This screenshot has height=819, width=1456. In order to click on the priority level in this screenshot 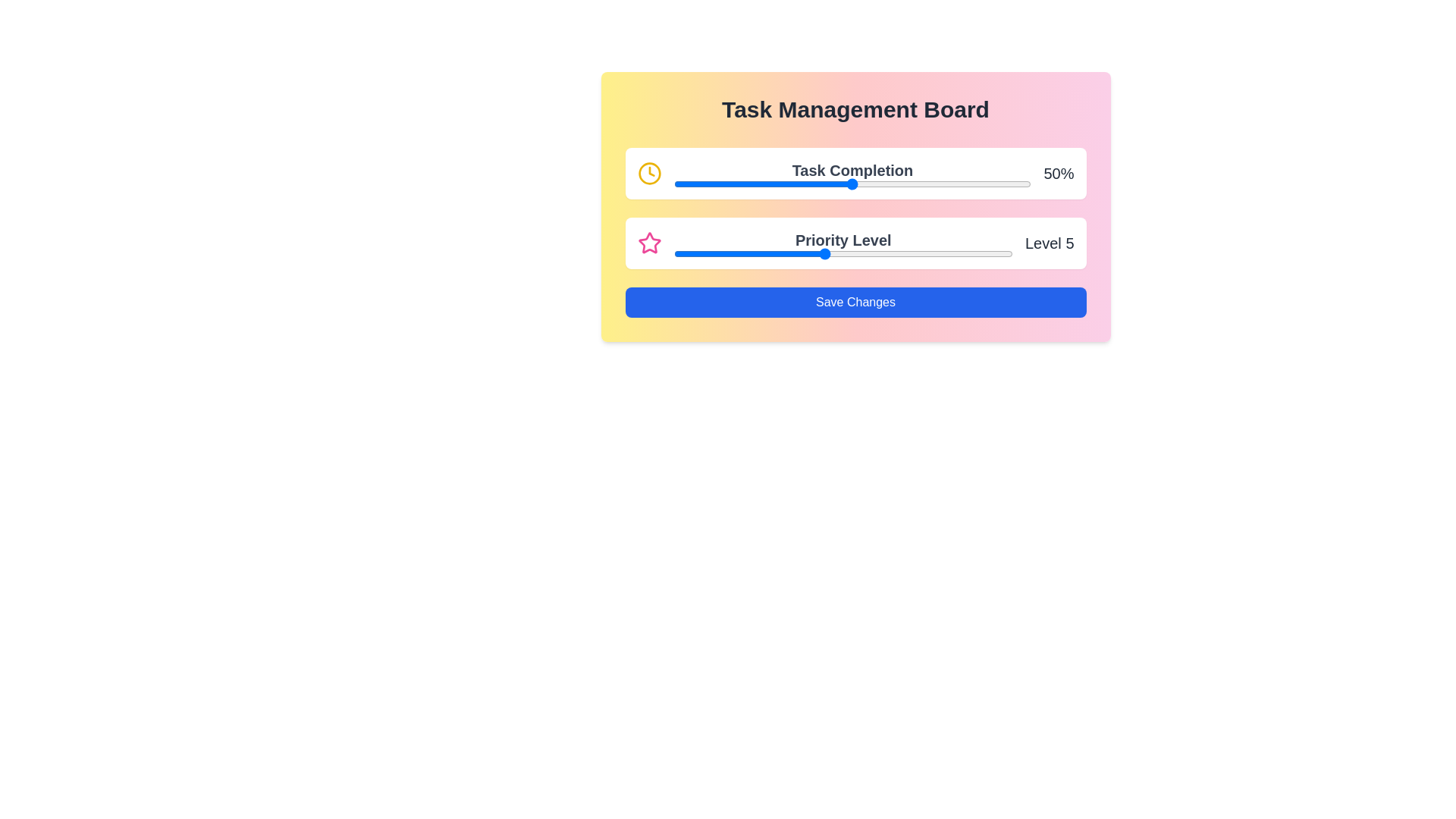, I will do `click(975, 253)`.